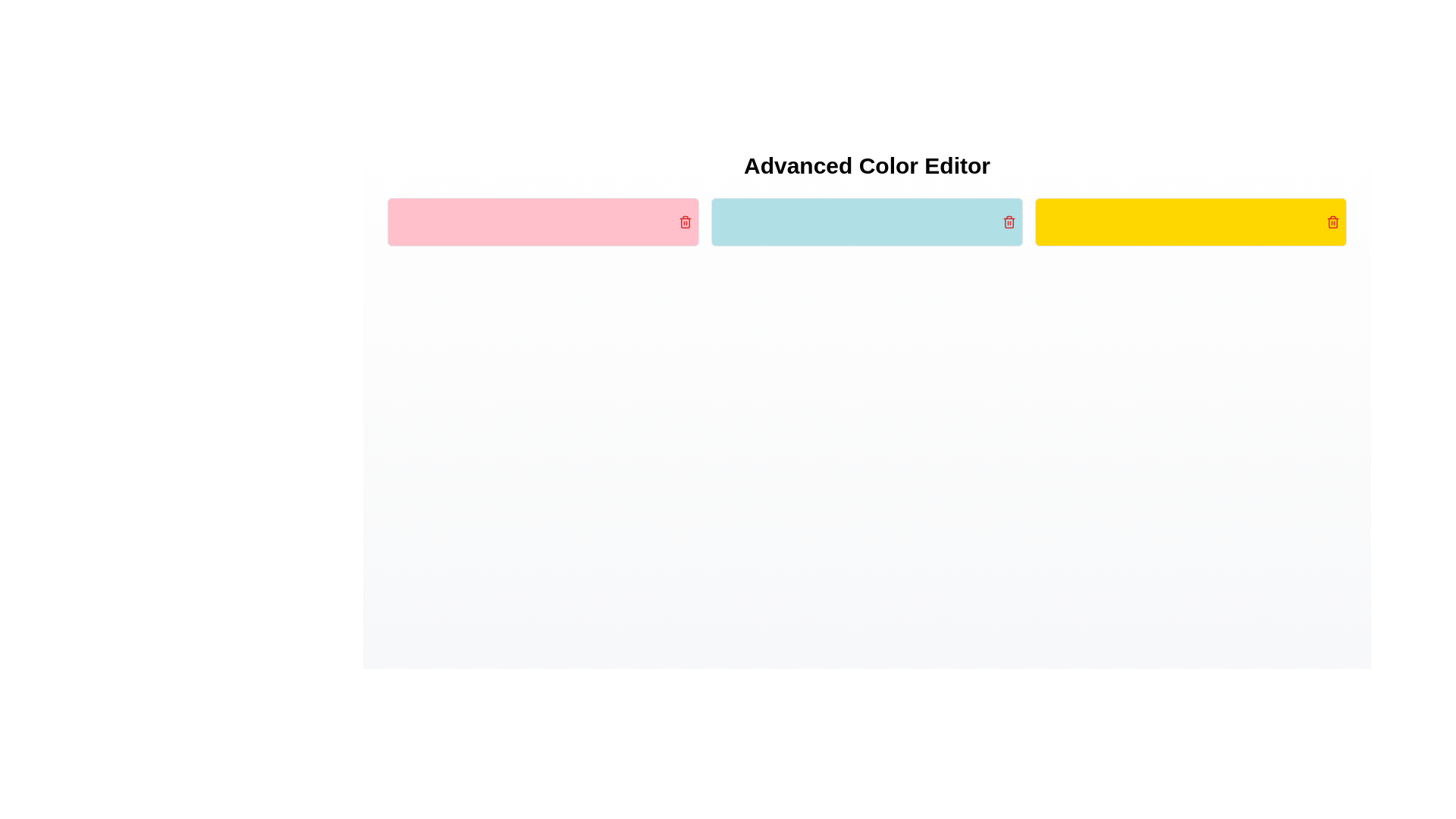 The image size is (1456, 819). Describe the element at coordinates (1332, 222) in the screenshot. I see `the trash can icon represented in thin line art style, located in the top-right corner of the yellow rectangle` at that location.